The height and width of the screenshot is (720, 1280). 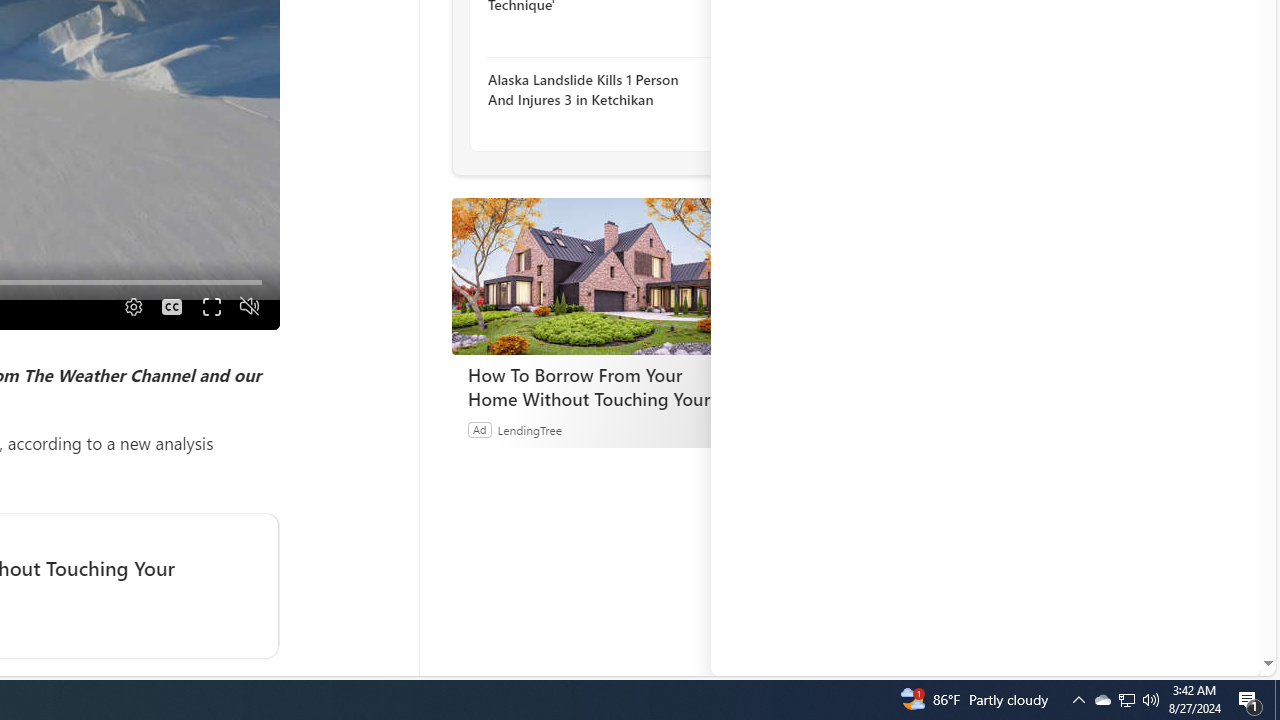 I want to click on 'Captions', so click(x=171, y=306).